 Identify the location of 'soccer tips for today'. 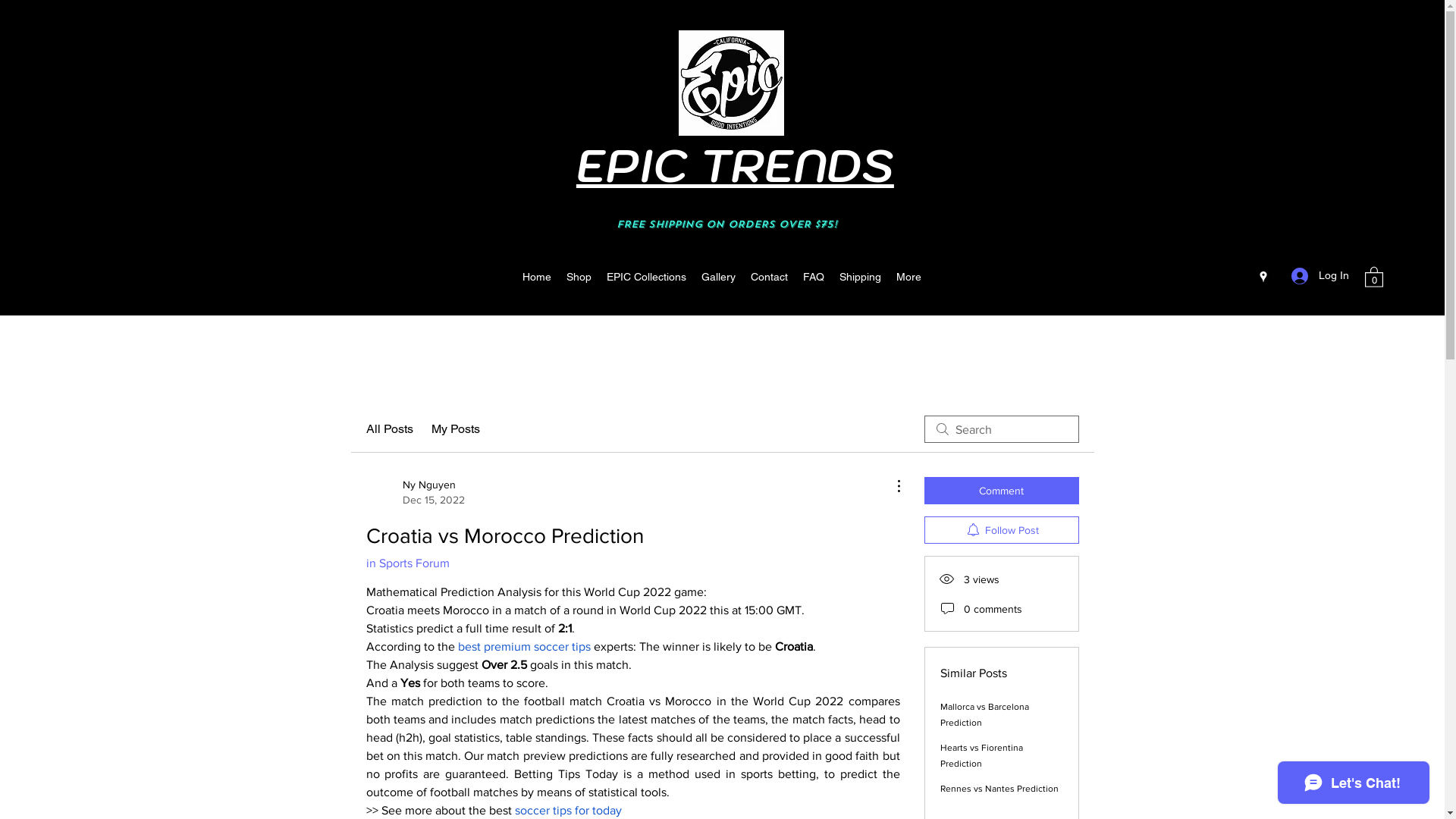
(513, 809).